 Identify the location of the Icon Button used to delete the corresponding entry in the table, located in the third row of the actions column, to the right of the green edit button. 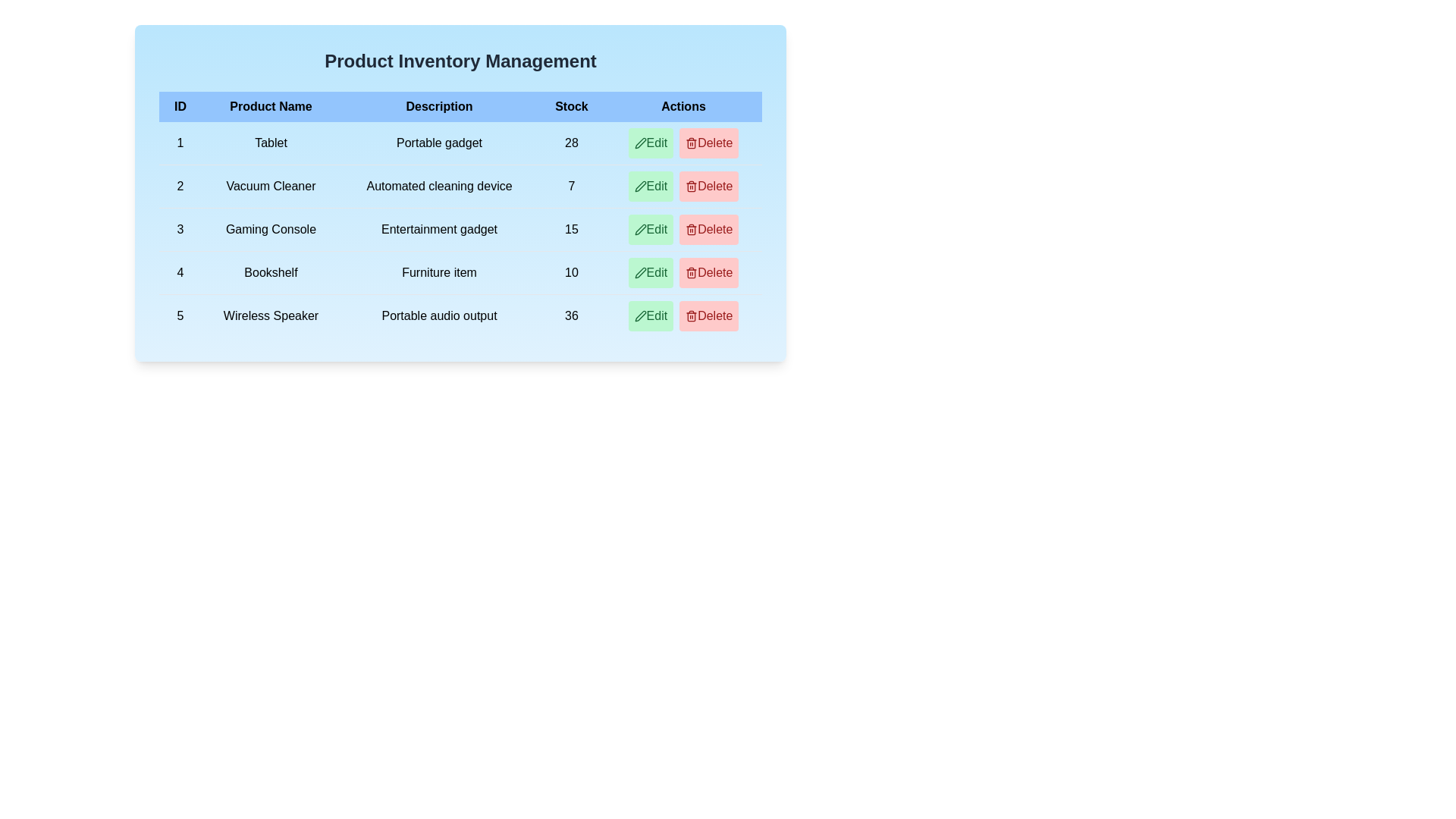
(691, 230).